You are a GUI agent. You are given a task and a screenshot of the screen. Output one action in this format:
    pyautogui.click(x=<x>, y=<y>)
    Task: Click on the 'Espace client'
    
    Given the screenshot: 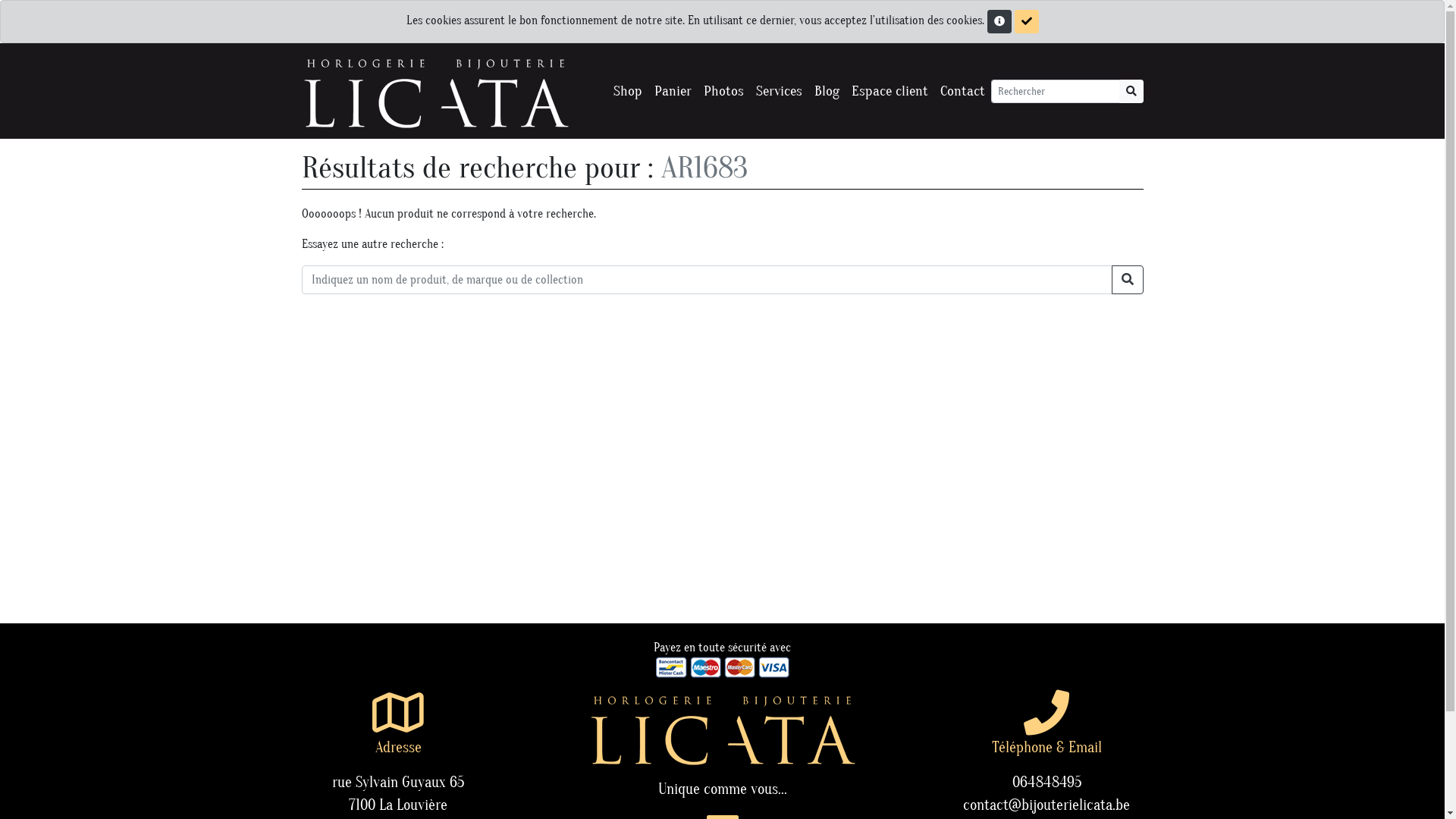 What is the action you would take?
    pyautogui.click(x=889, y=91)
    